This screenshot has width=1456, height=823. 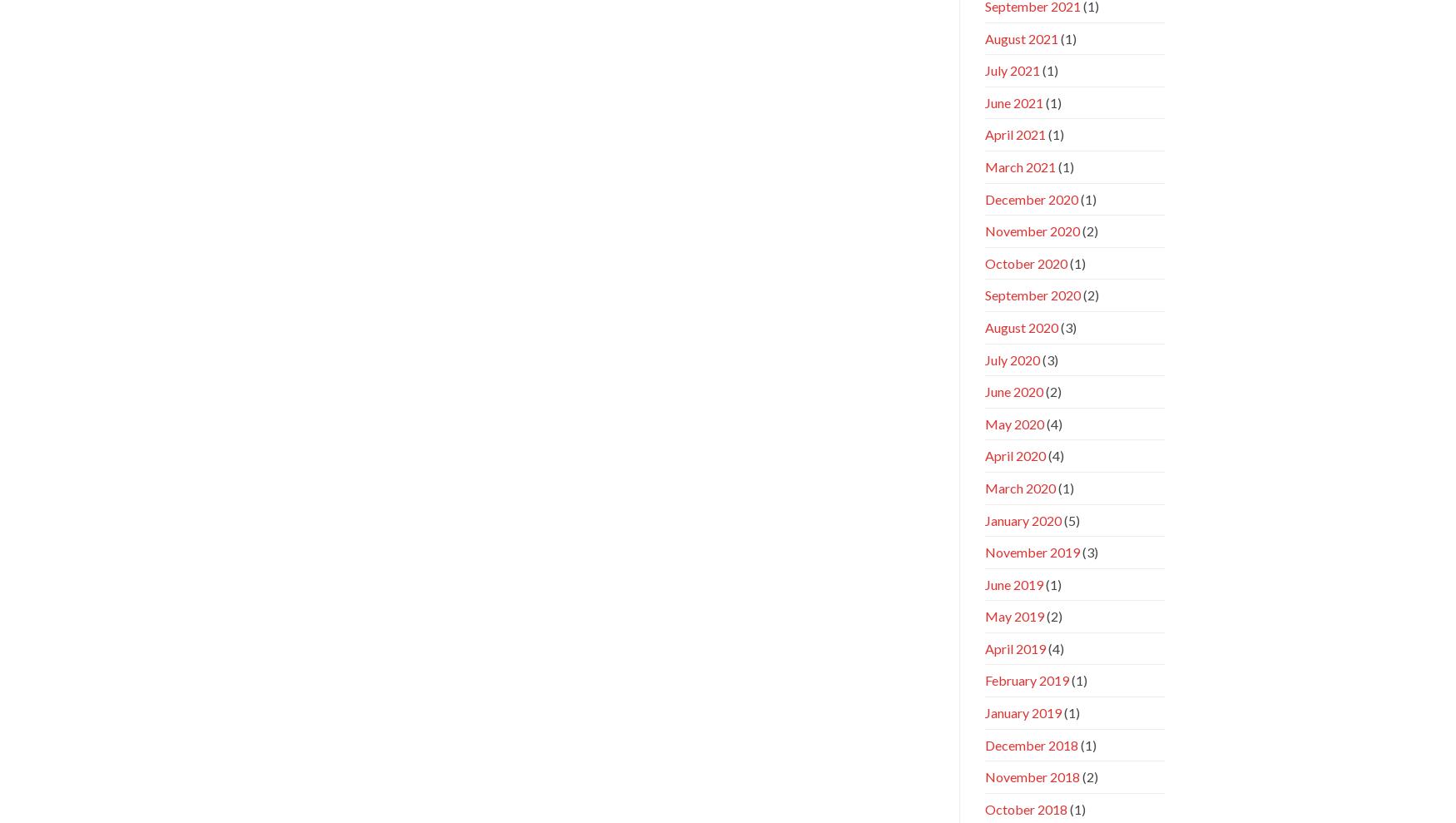 I want to click on 'March 2020', so click(x=1019, y=486).